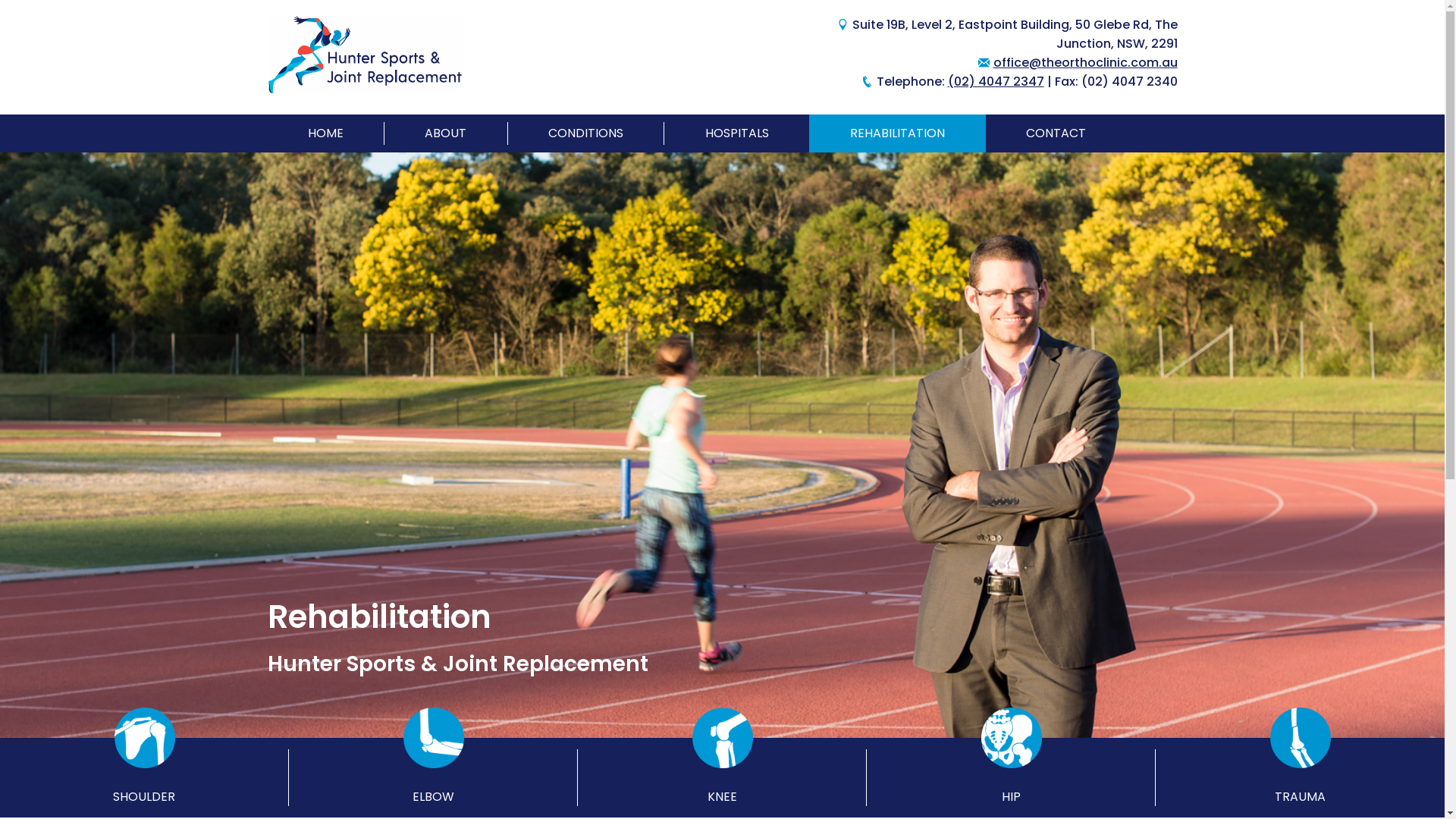 The height and width of the screenshot is (819, 1456). I want to click on 'ELBOW', so click(432, 777).